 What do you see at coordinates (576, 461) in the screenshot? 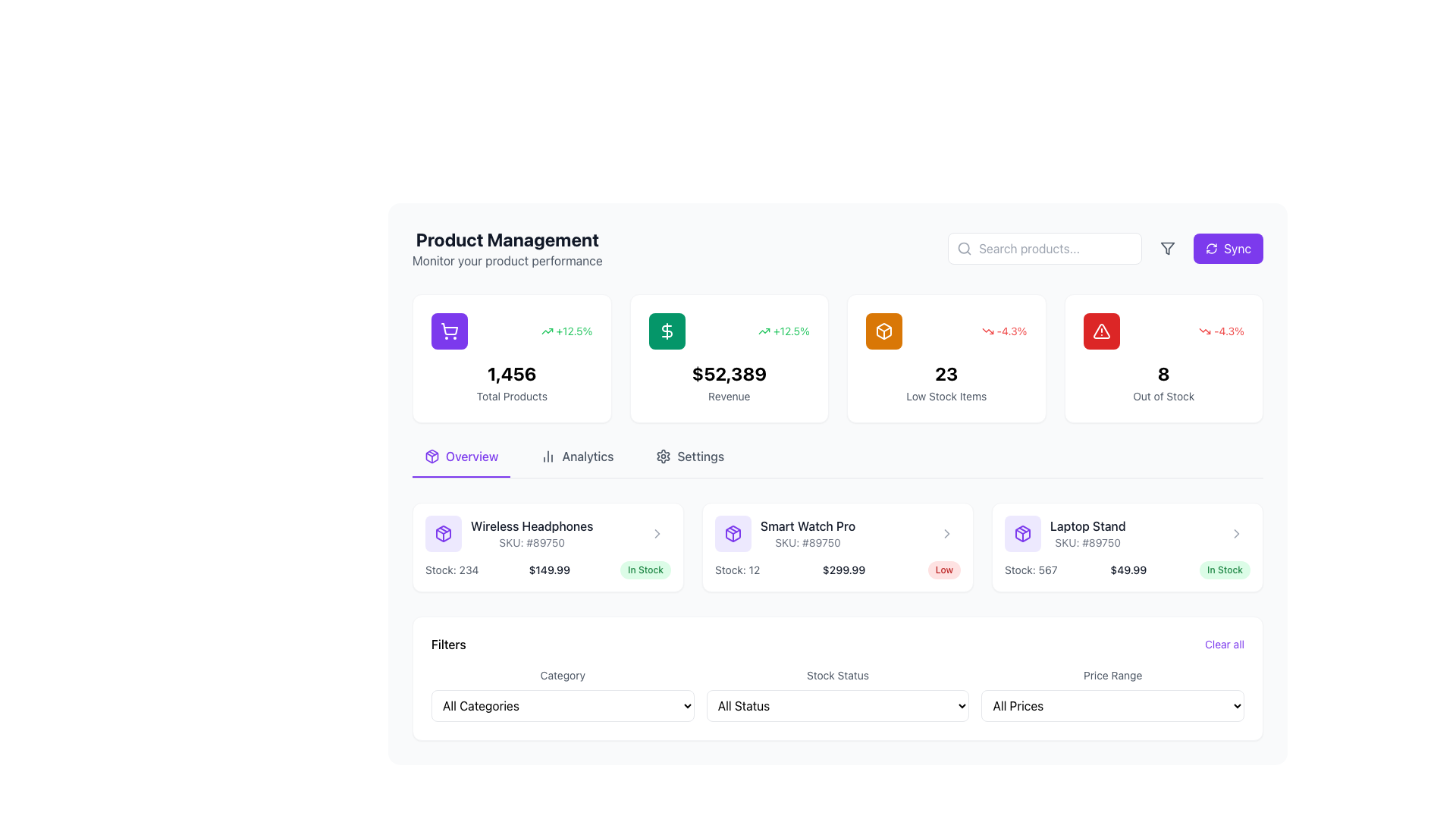
I see `the 'Analytics' button in the navigation bar to trigger a visual response` at bounding box center [576, 461].